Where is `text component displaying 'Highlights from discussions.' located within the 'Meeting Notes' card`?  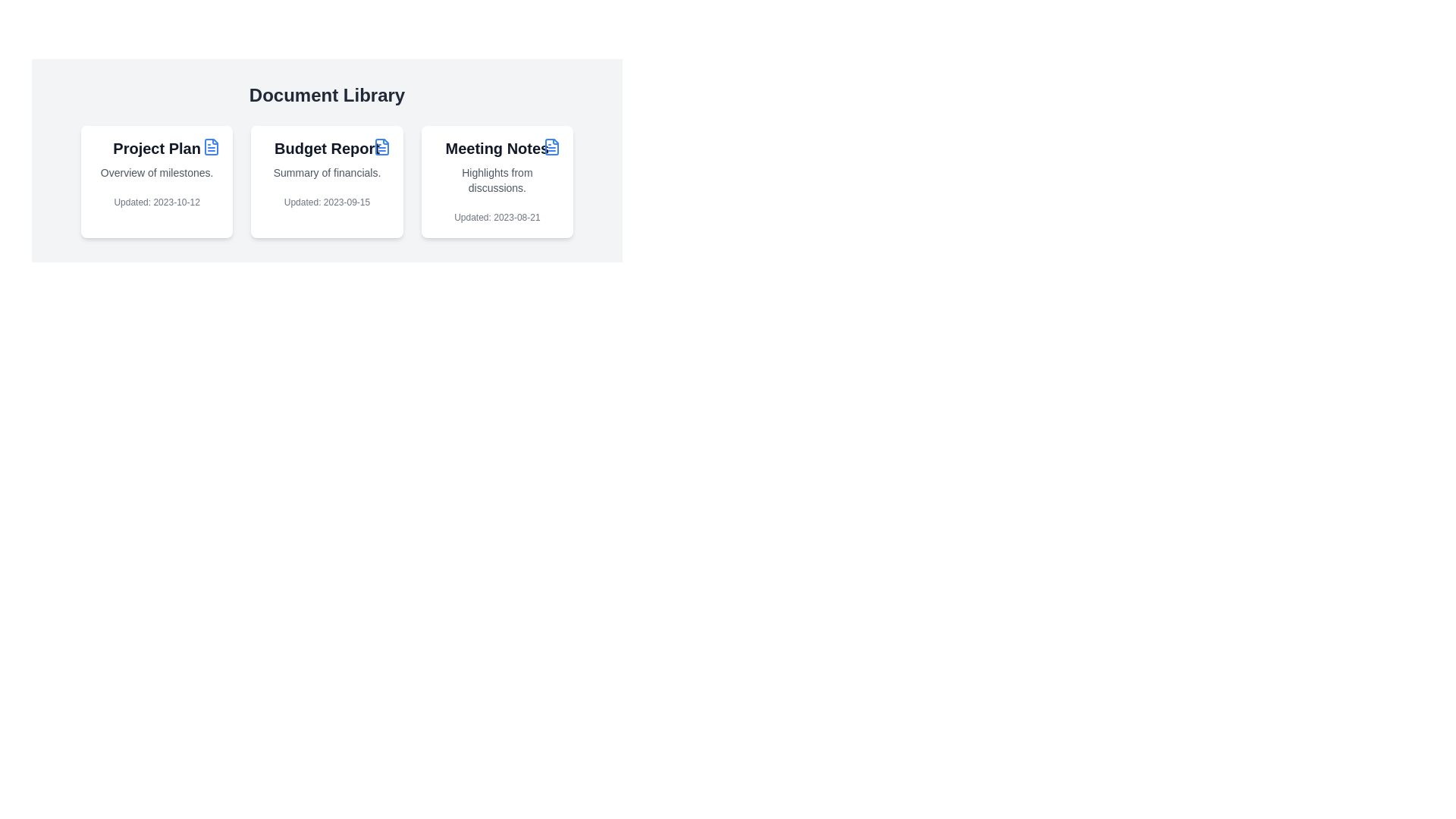
text component displaying 'Highlights from discussions.' located within the 'Meeting Notes' card is located at coordinates (497, 180).